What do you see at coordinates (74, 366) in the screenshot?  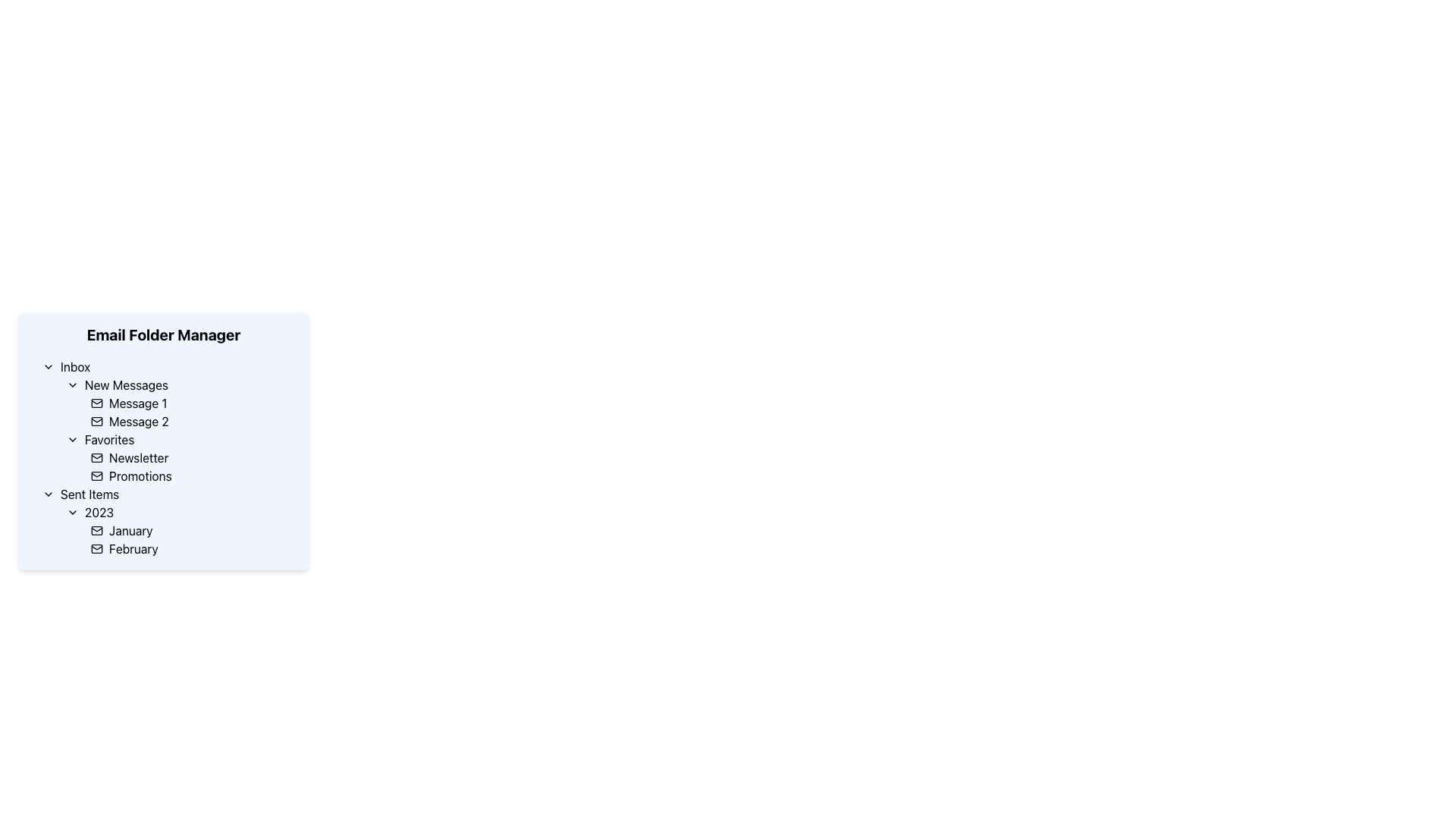 I see `the 'Inbox' text label, which is the second item in the navigation list under the 'Email Folder Manager' title, with a light blue background` at bounding box center [74, 366].